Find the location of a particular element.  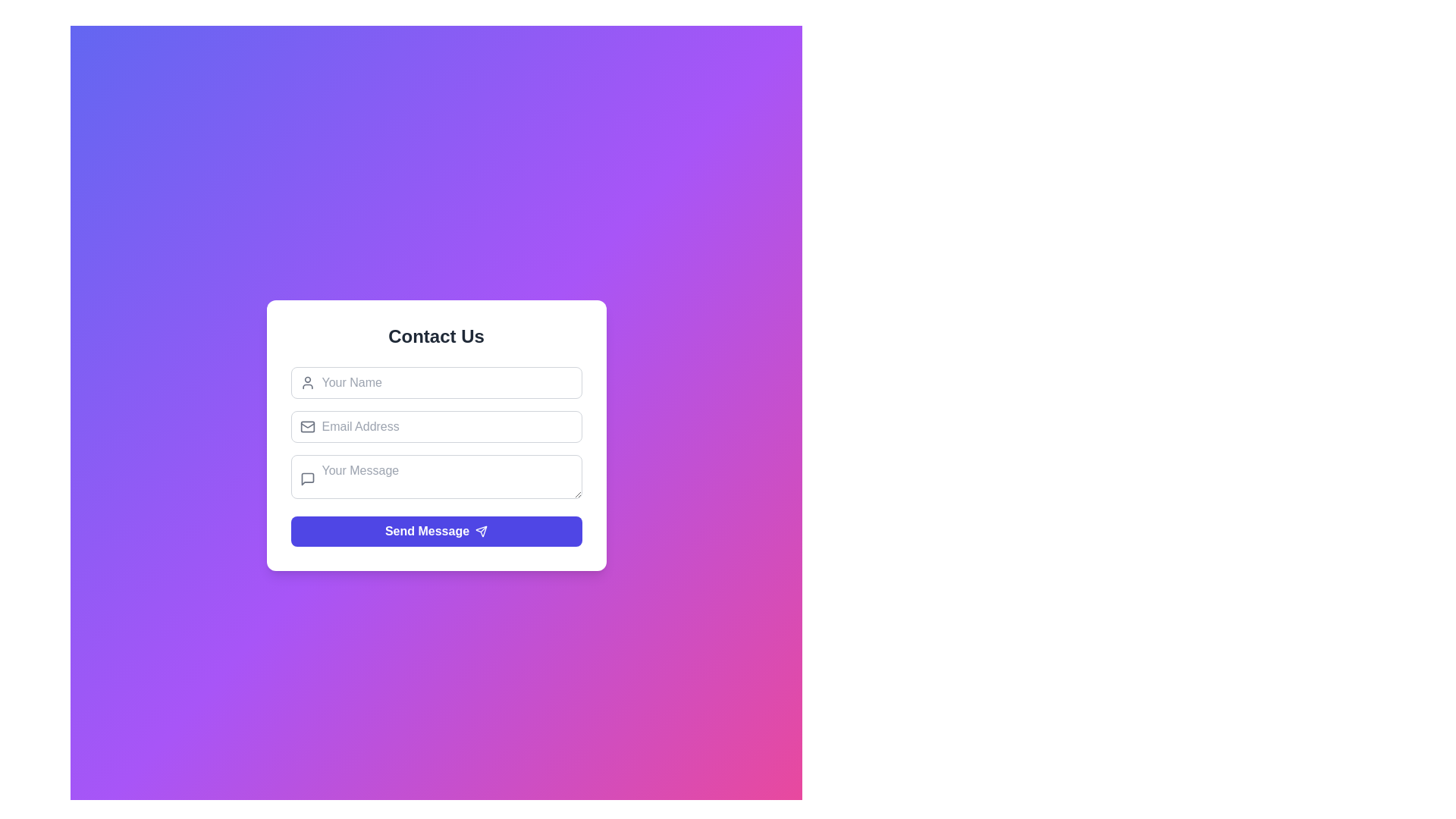

the blue 'Send Message' button, which contains a white paper airplane icon is located at coordinates (481, 531).